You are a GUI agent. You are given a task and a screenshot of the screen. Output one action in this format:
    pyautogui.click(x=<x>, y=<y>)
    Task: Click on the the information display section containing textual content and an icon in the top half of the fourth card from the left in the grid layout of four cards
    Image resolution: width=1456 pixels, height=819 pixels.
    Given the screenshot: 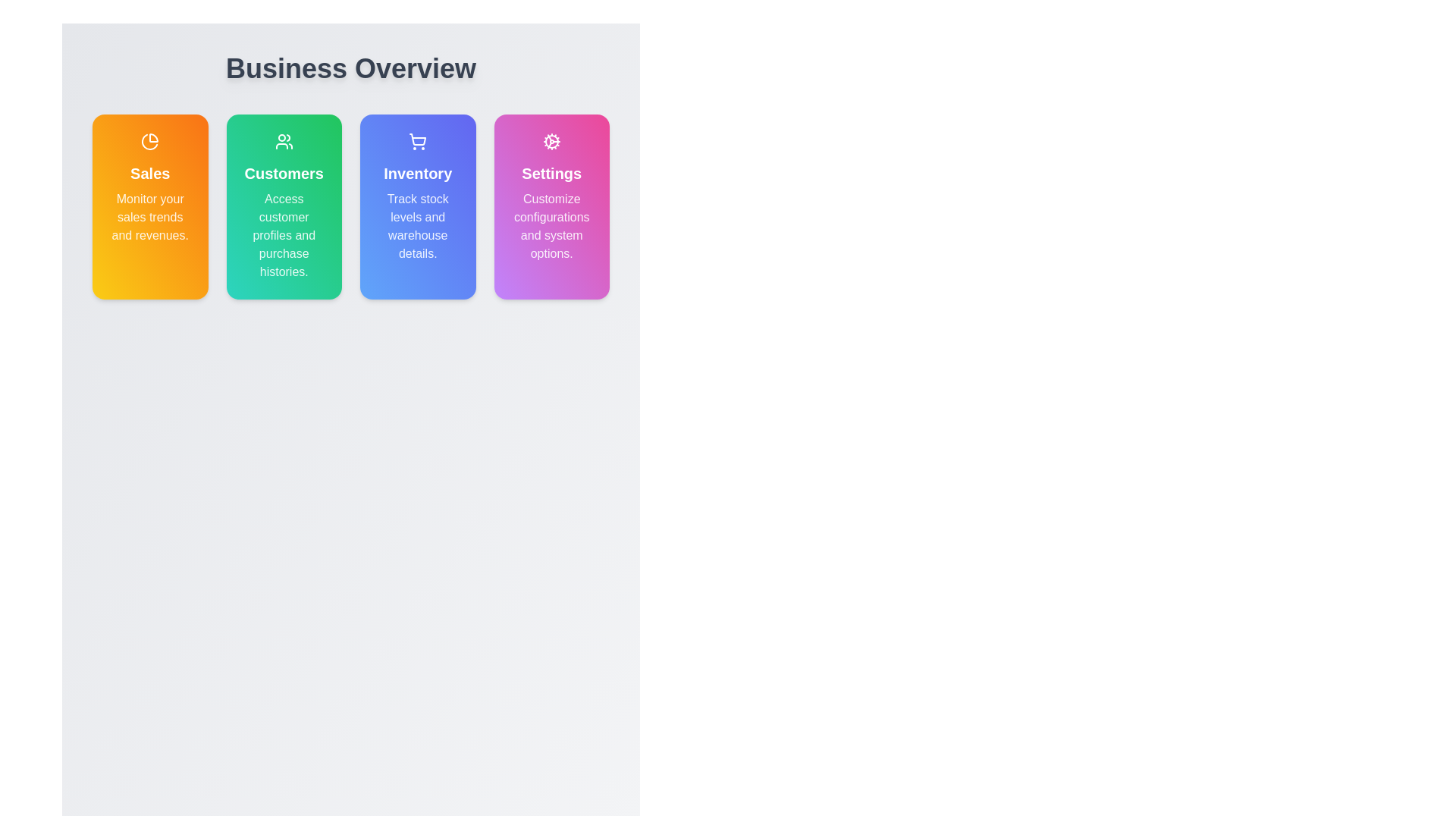 What is the action you would take?
    pyautogui.click(x=551, y=197)
    